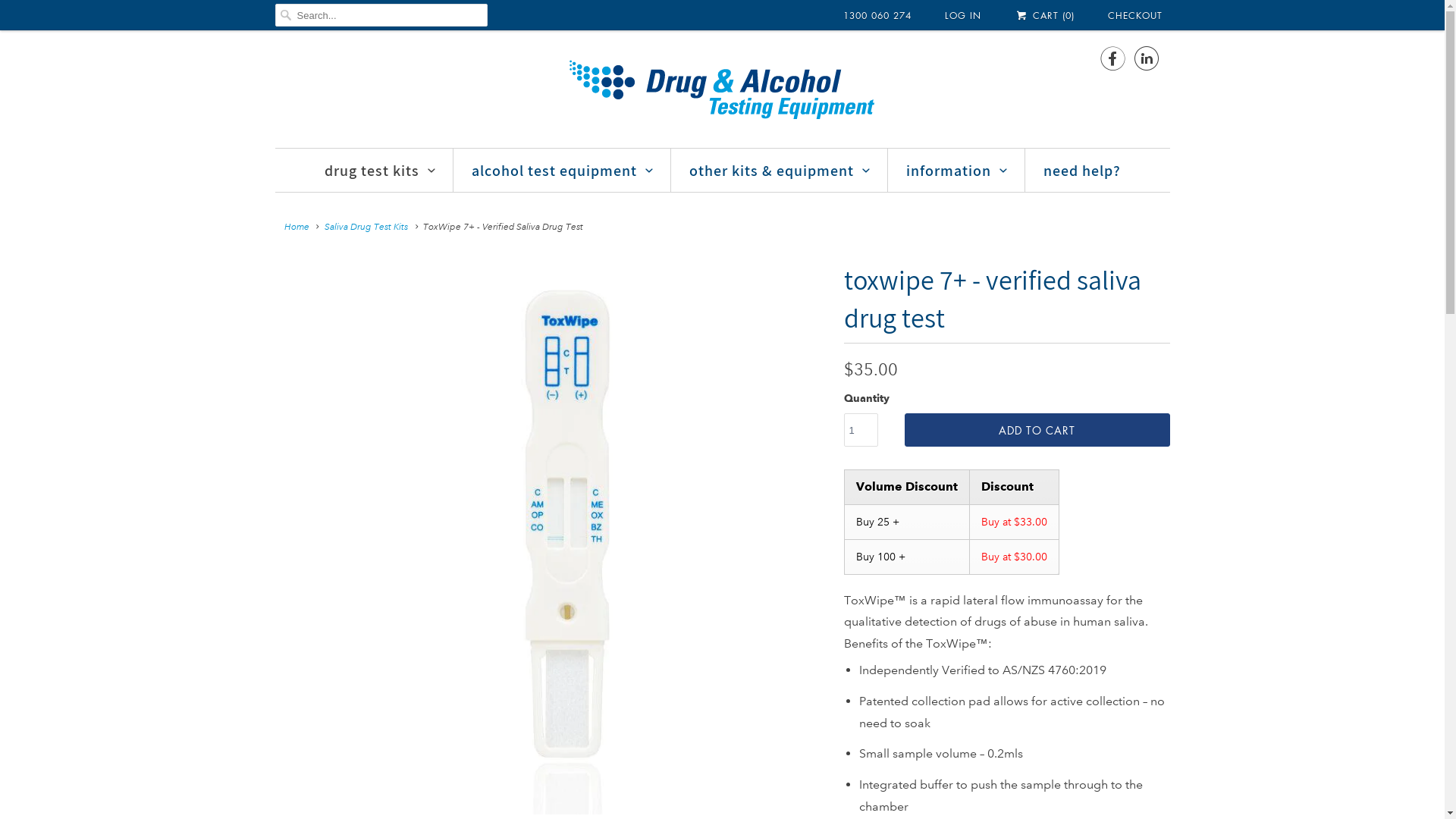  I want to click on 'ADD TO CART', so click(1036, 430).